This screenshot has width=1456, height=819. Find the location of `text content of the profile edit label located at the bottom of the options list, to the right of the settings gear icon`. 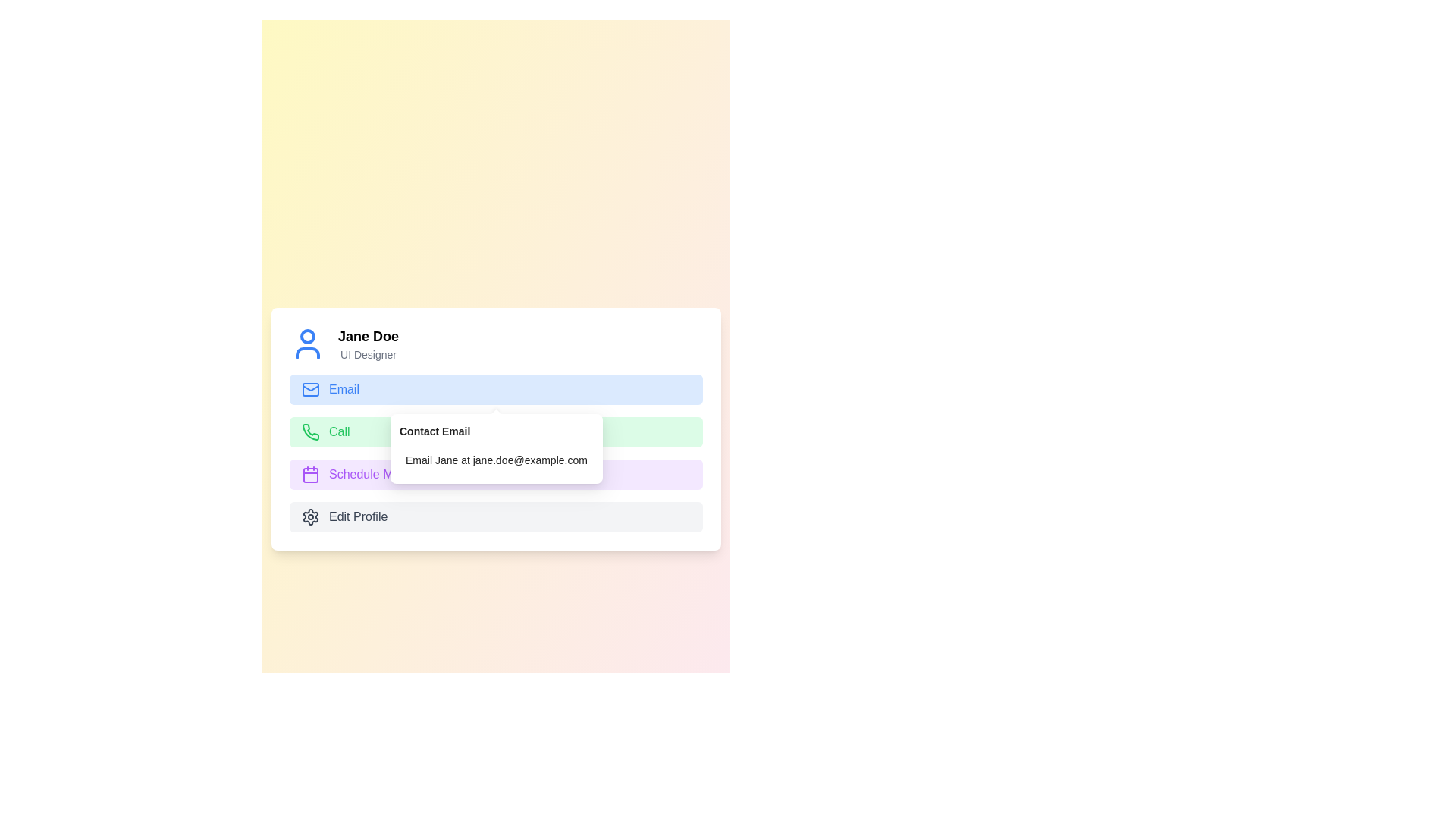

text content of the profile edit label located at the bottom of the options list, to the right of the settings gear icon is located at coordinates (357, 516).